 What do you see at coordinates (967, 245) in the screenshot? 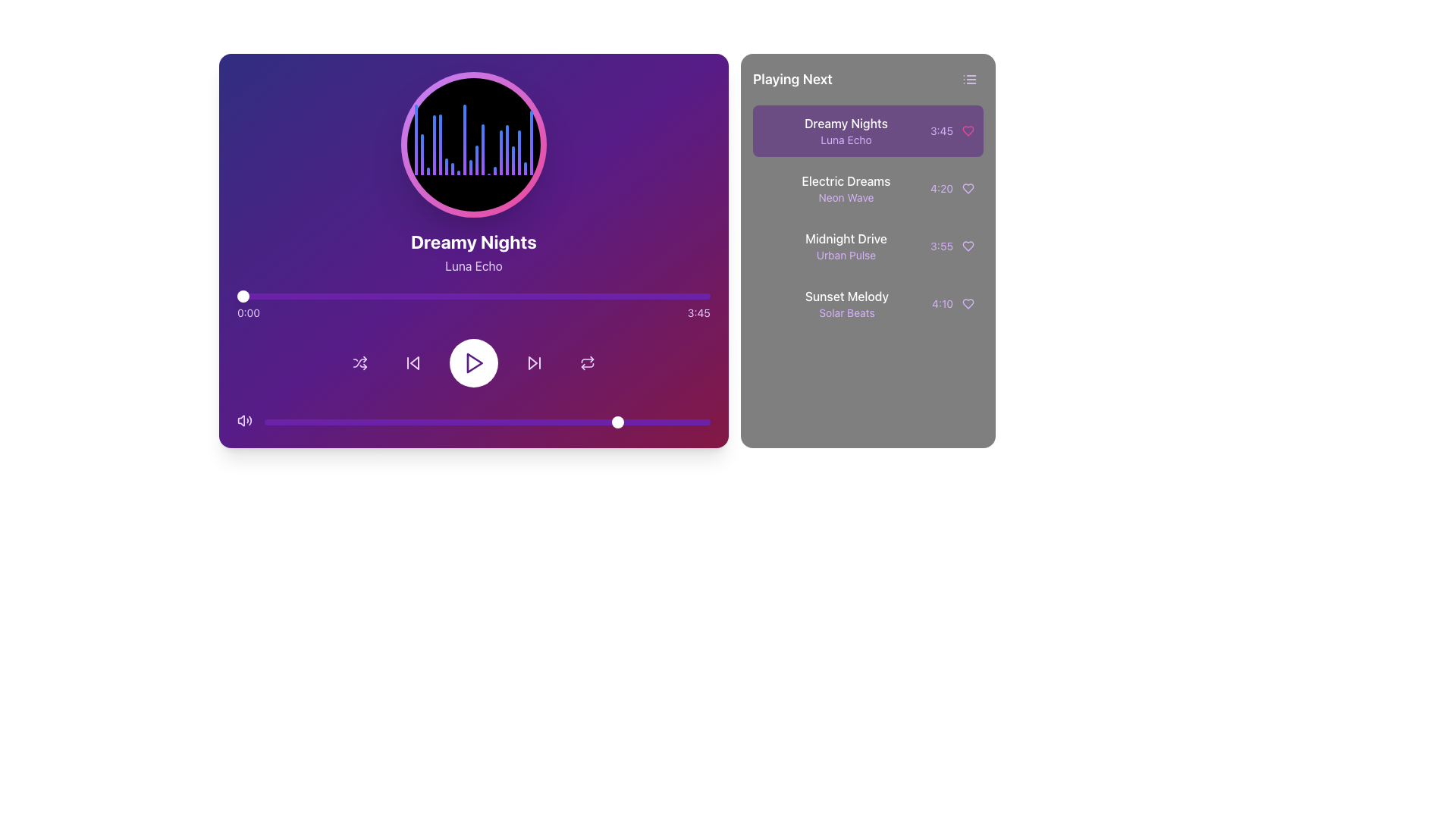
I see `the heart icon button to favorite or unfavorite the song 'Midnight Drive', which is located below 'Electric Dreams' and above 'Sunset Melody' in the 'Playing Next' section` at bounding box center [967, 245].